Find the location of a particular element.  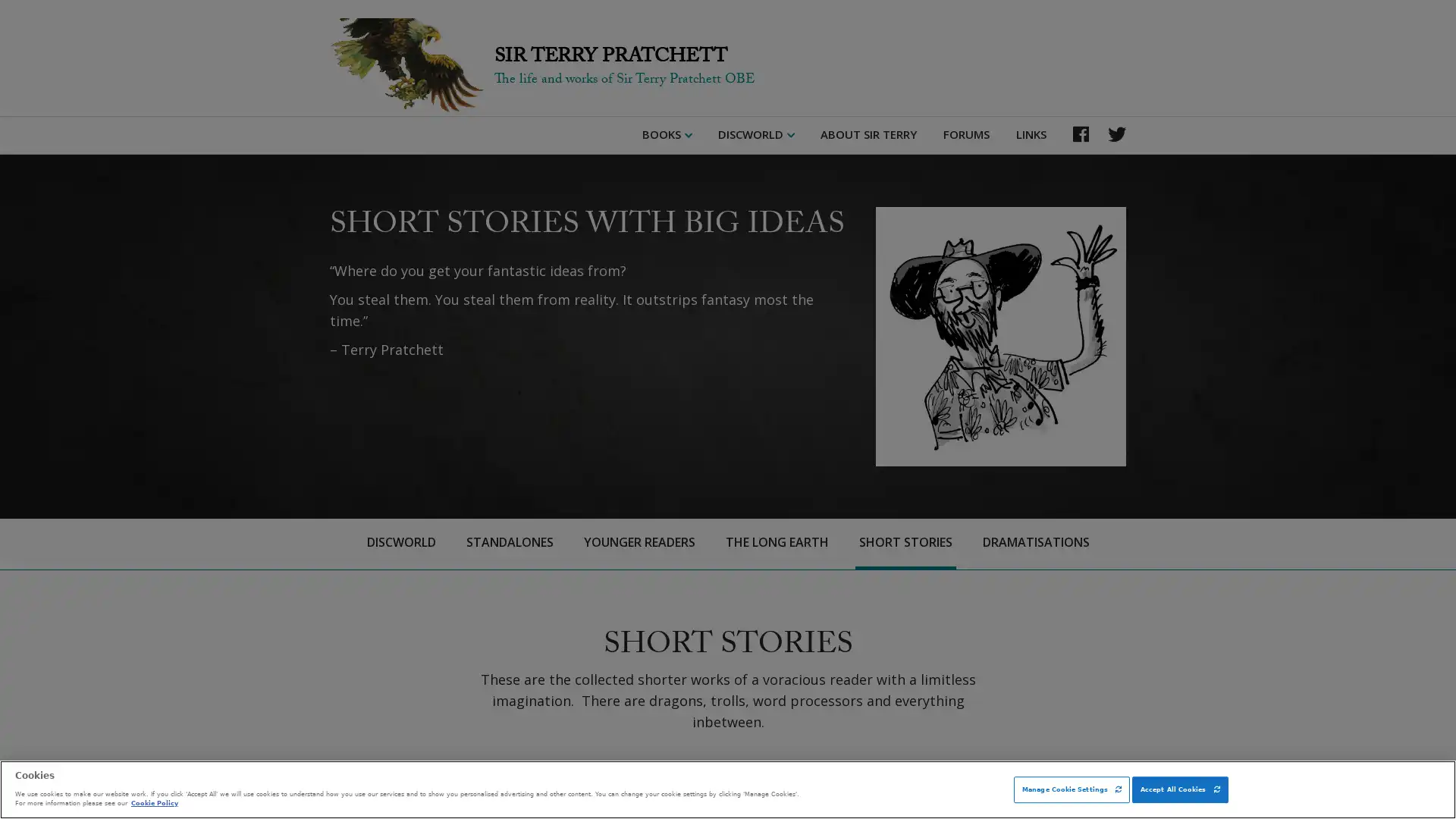

Accept All Cookies is located at coordinates (1178, 789).